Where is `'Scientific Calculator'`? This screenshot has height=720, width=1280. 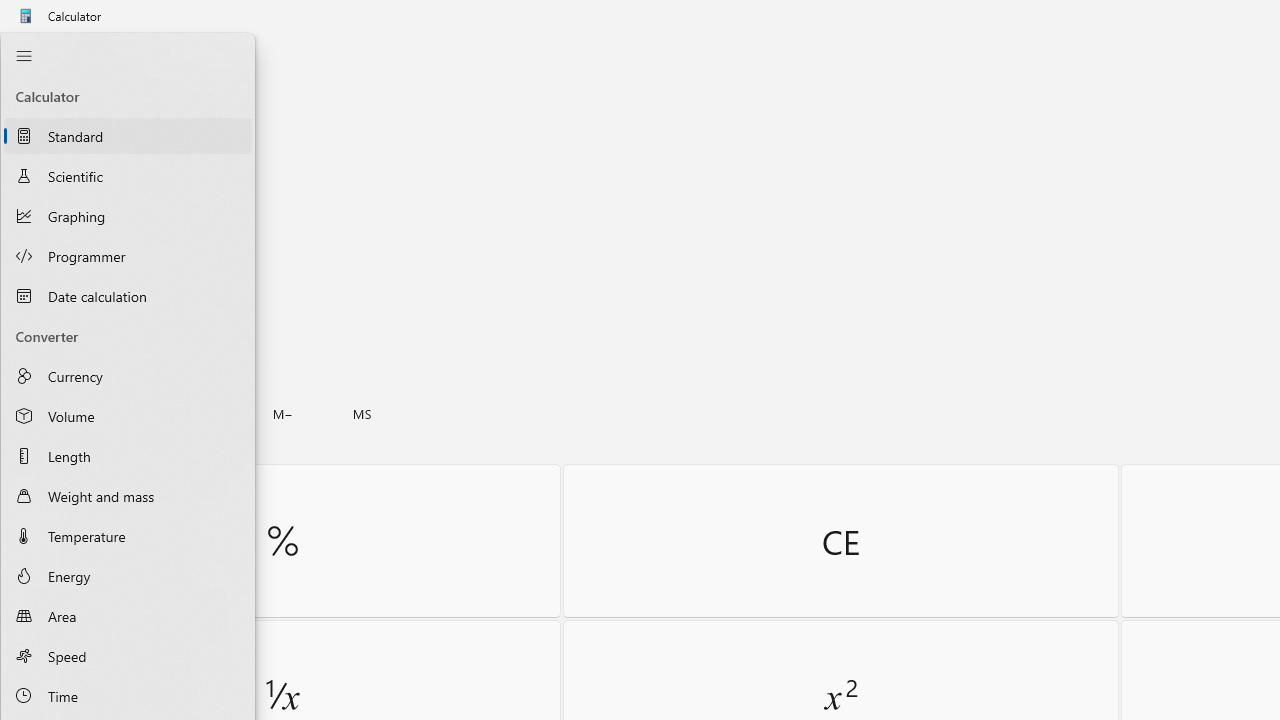 'Scientific Calculator' is located at coordinates (127, 174).